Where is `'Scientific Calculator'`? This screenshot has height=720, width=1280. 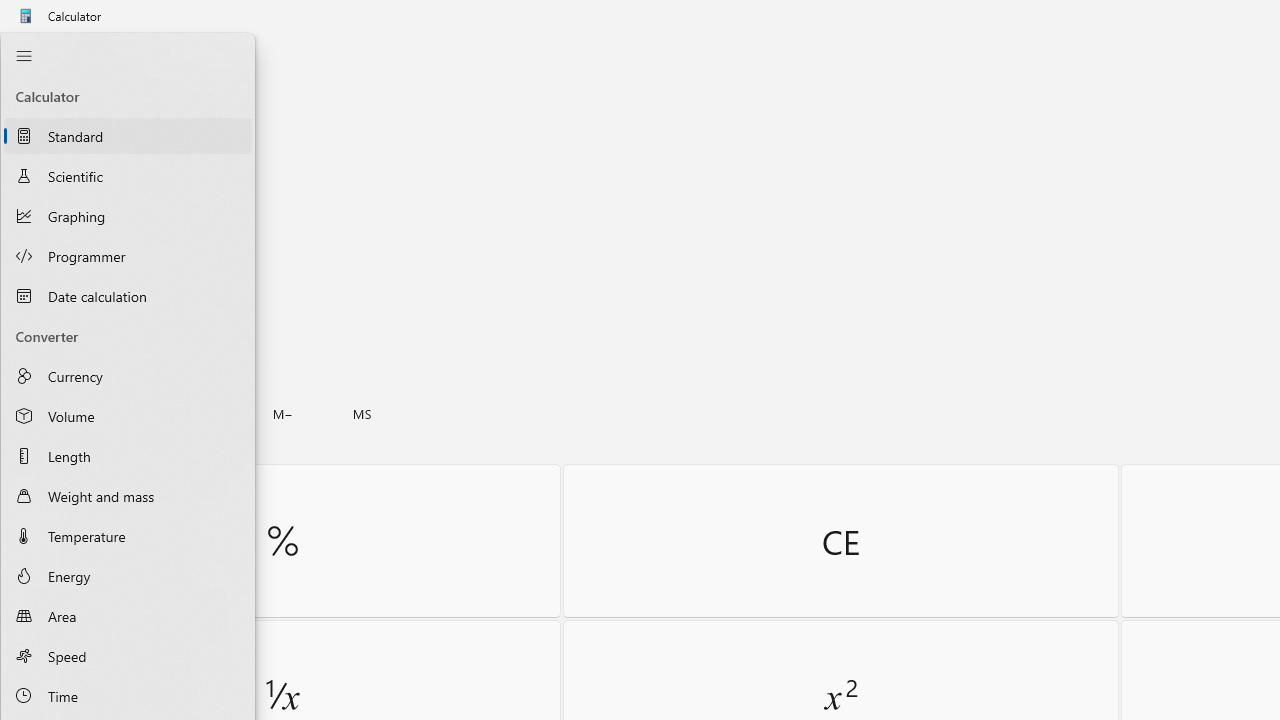 'Scientific Calculator' is located at coordinates (127, 174).